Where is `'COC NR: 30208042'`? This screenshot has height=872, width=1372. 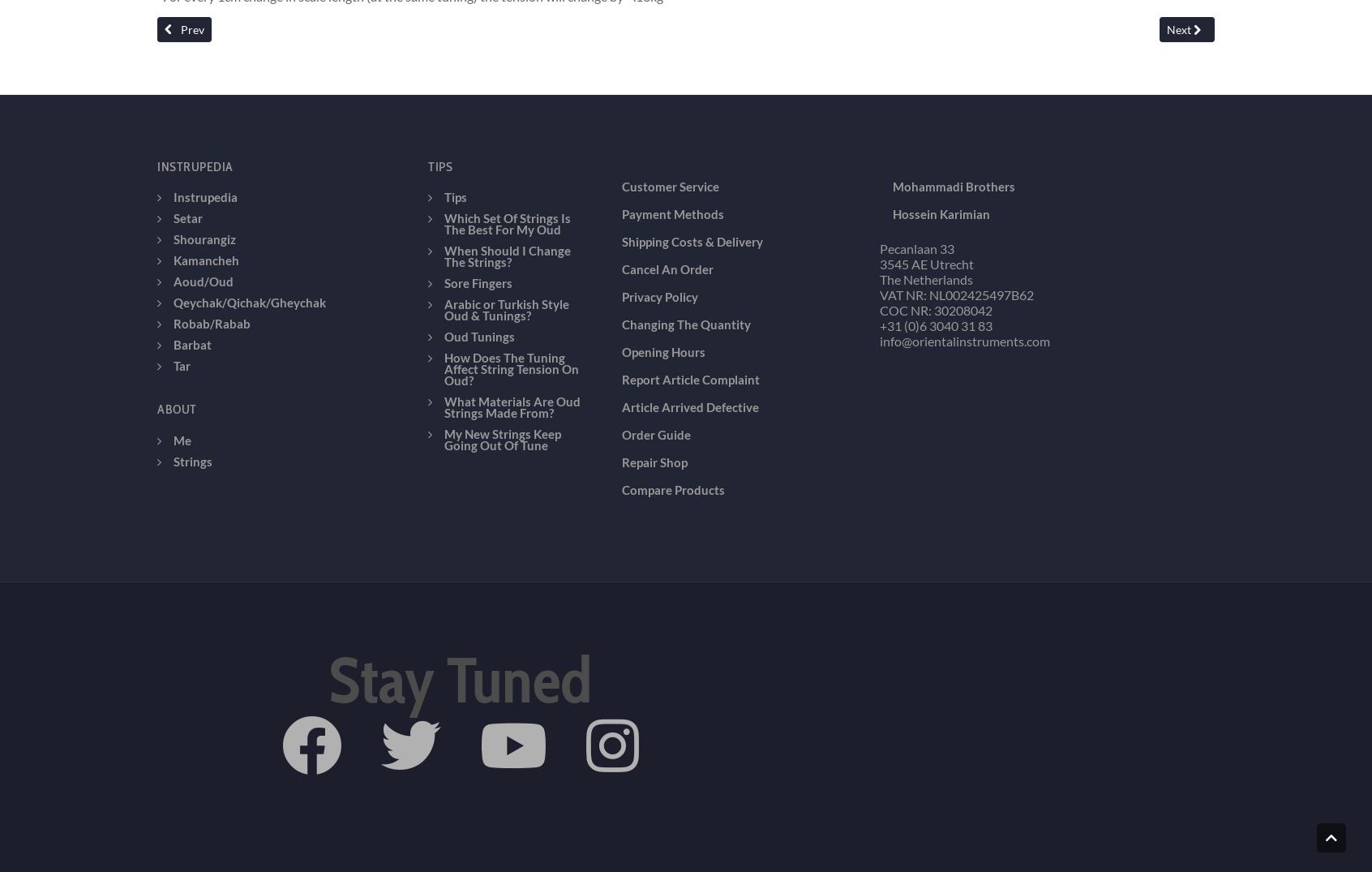 'COC NR: 30208042' is located at coordinates (934, 193).